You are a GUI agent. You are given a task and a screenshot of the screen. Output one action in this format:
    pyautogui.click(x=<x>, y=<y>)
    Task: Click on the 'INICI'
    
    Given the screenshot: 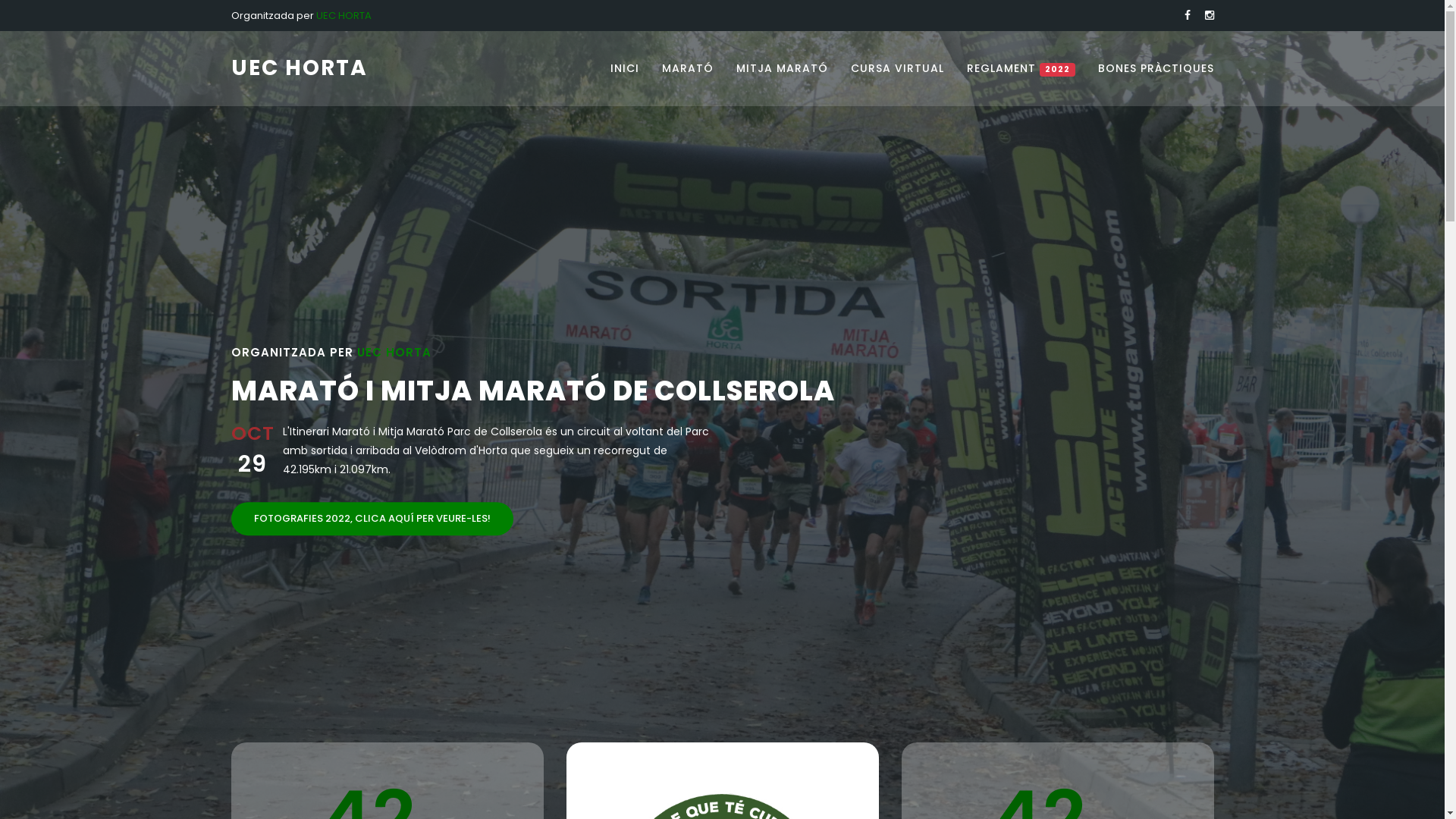 What is the action you would take?
    pyautogui.click(x=625, y=67)
    